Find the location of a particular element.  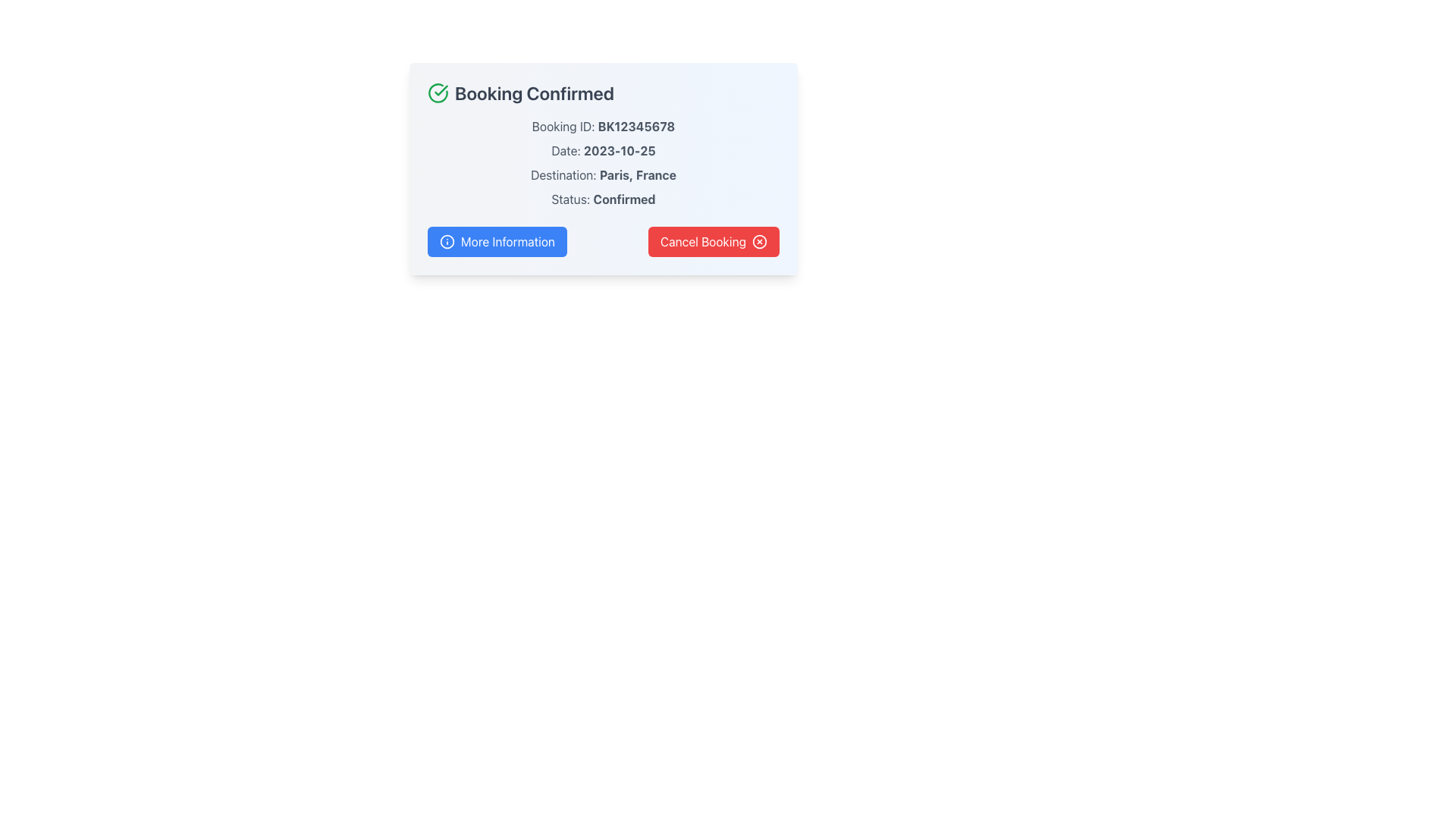

the static text element displaying the word 'Confirmed', which is located next to the label 'Status' and situated in the middle of the interface above two horizontal buttons is located at coordinates (624, 198).